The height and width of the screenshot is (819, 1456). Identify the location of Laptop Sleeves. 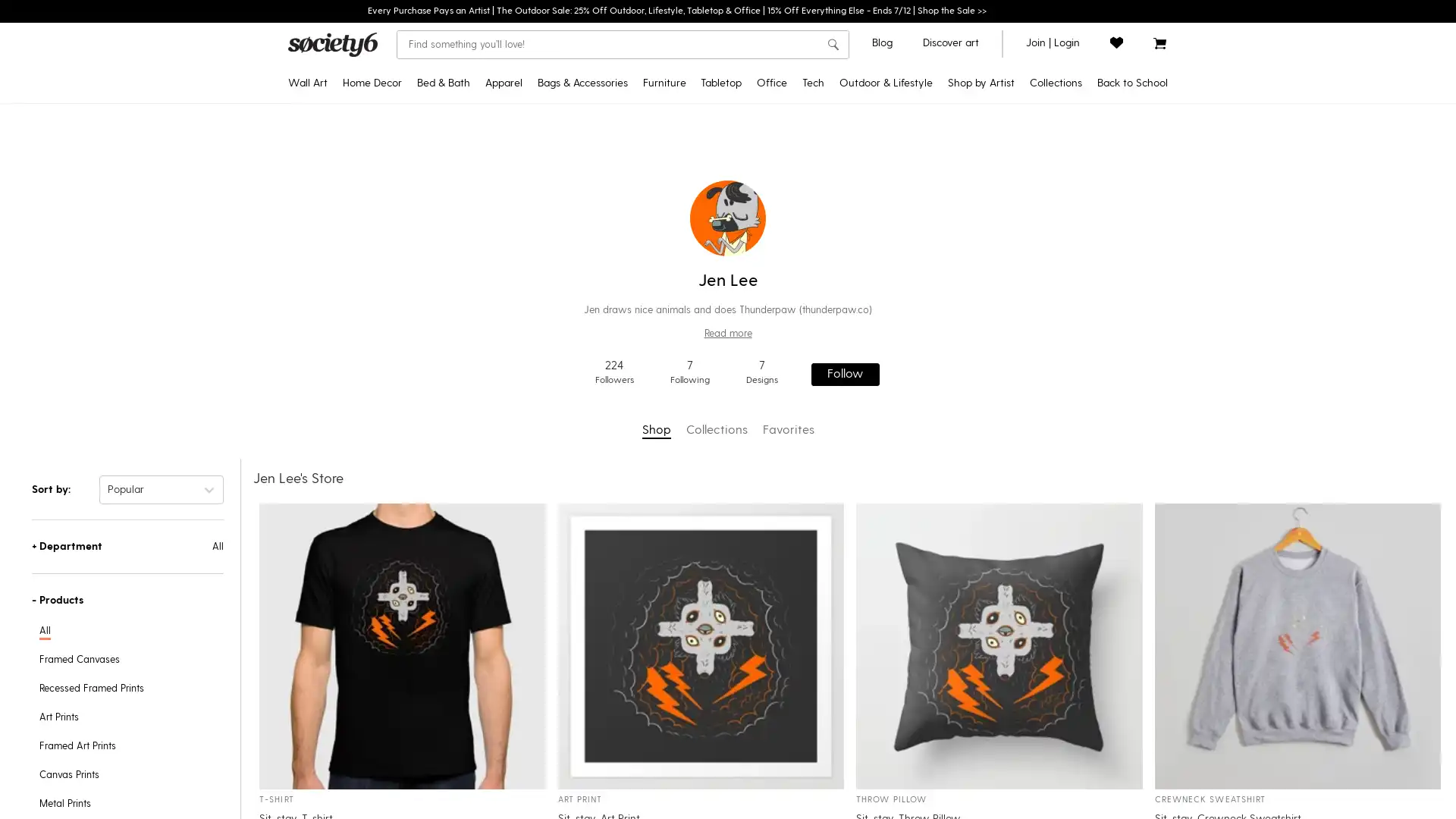
(867, 315).